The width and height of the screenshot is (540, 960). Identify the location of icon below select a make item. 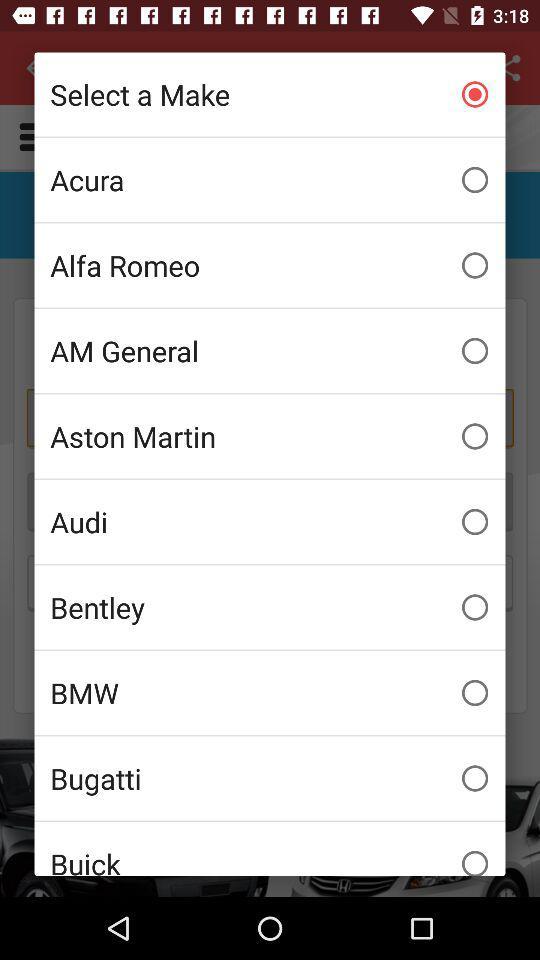
(270, 179).